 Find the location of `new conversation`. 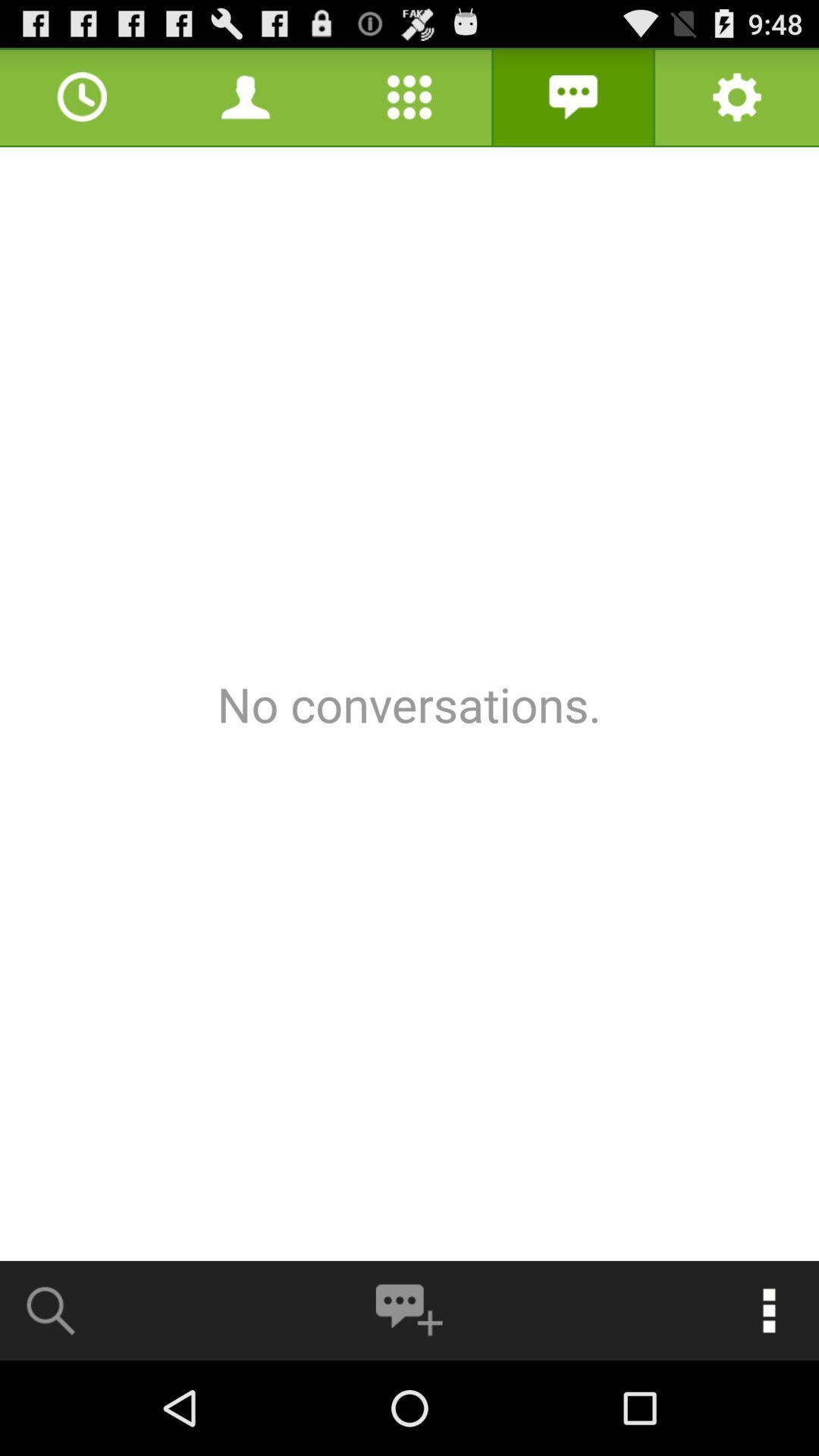

new conversation is located at coordinates (408, 1310).